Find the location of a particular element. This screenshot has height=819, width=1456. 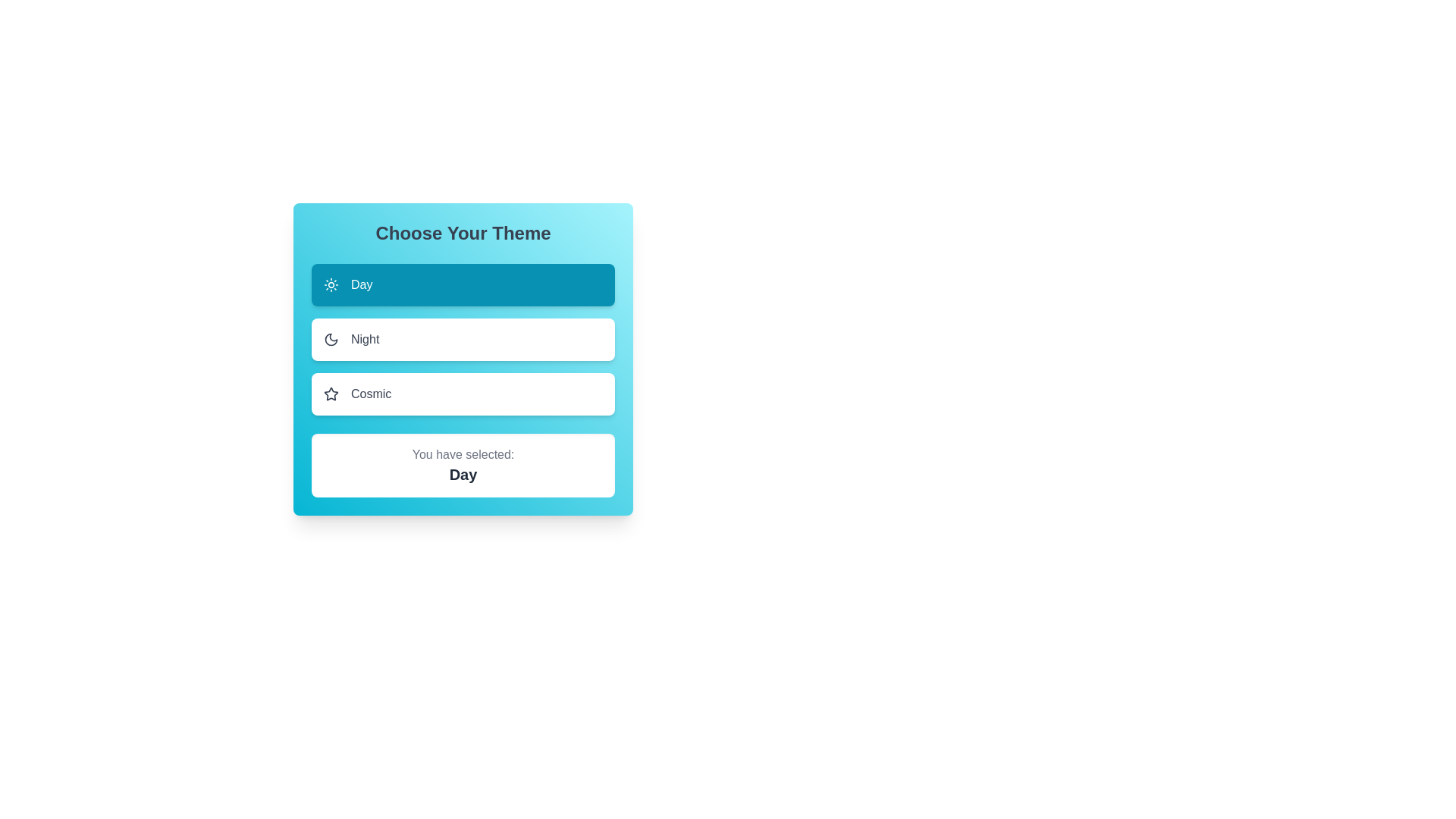

information displayed in the non-interactive informational text box that shows the current selection of the theme below the options 'Day', 'Night', 'Cosmic' is located at coordinates (462, 464).